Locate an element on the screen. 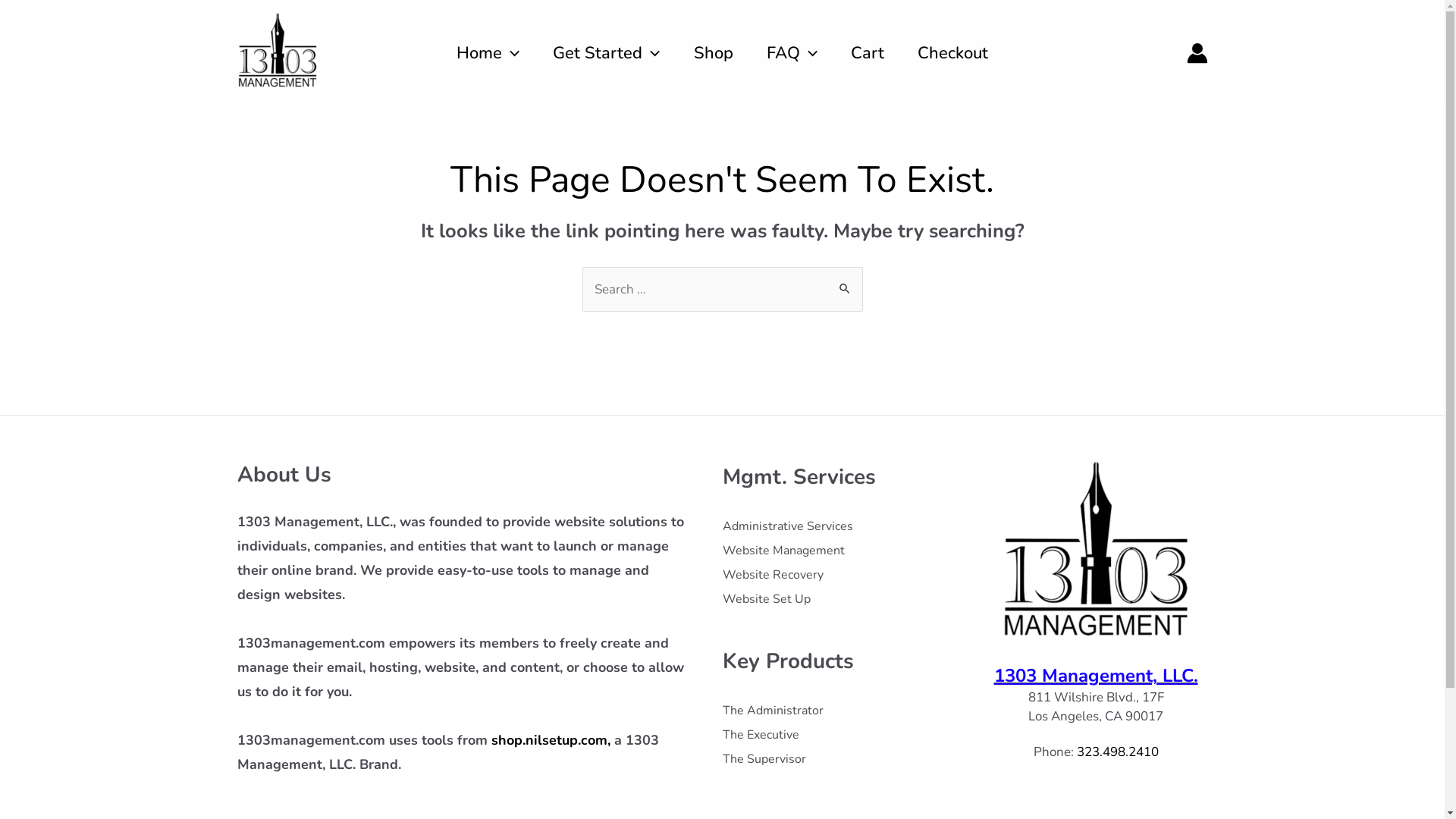  'The Executive' is located at coordinates (720, 733).